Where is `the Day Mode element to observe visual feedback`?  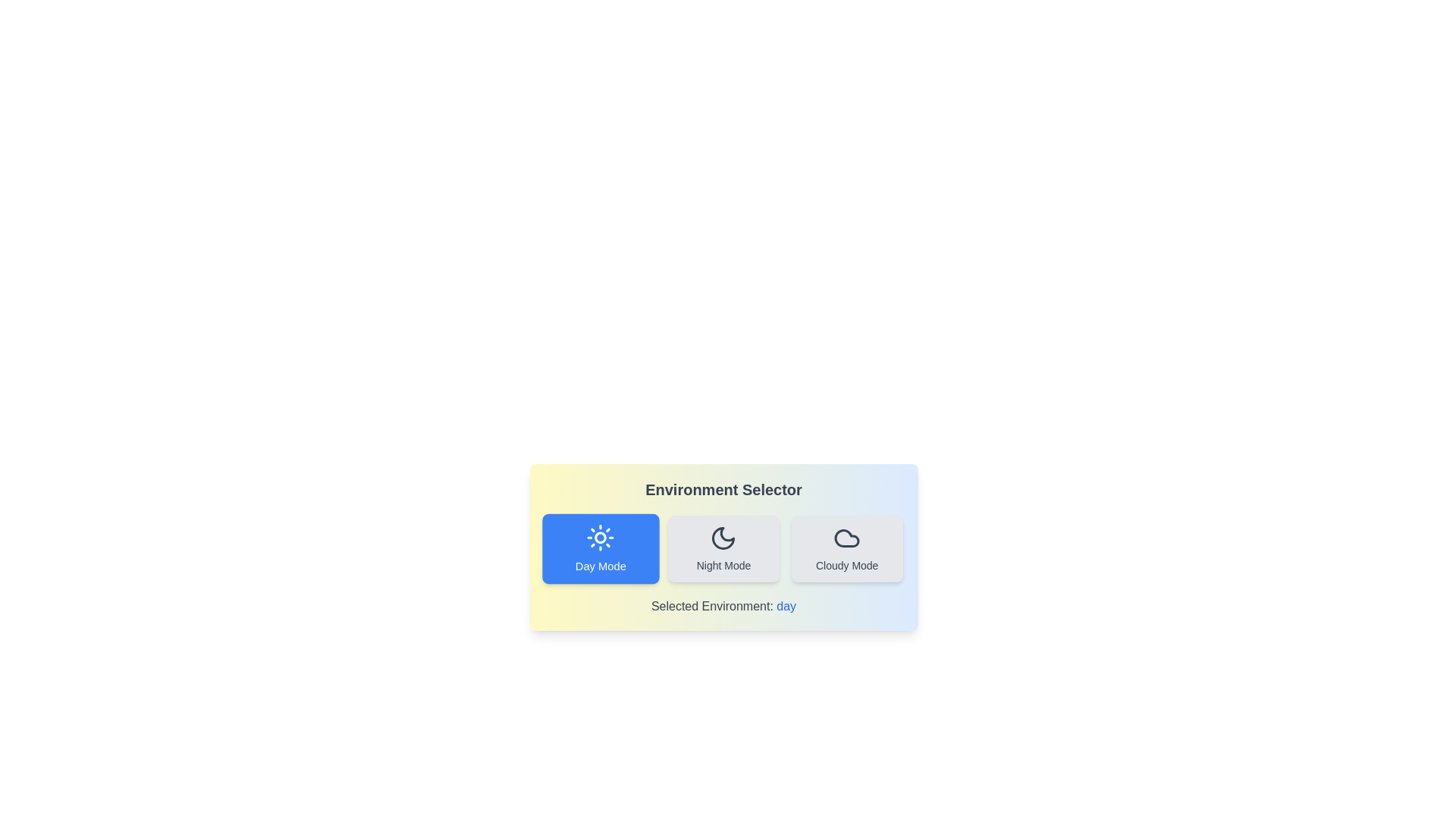
the Day Mode element to observe visual feedback is located at coordinates (599, 549).